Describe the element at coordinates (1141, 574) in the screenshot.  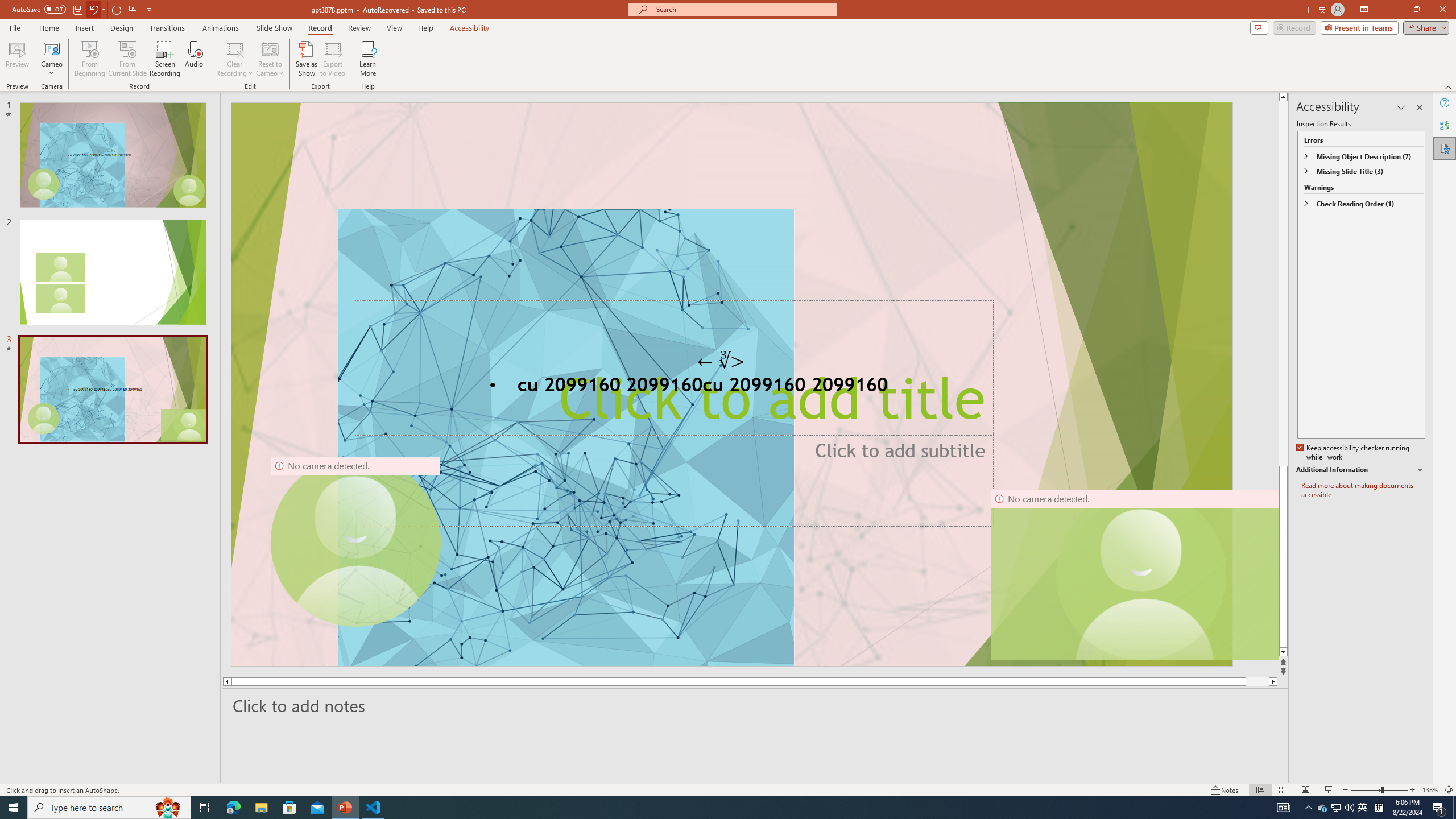
I see `'Camera 11, No camera detected.'` at that location.